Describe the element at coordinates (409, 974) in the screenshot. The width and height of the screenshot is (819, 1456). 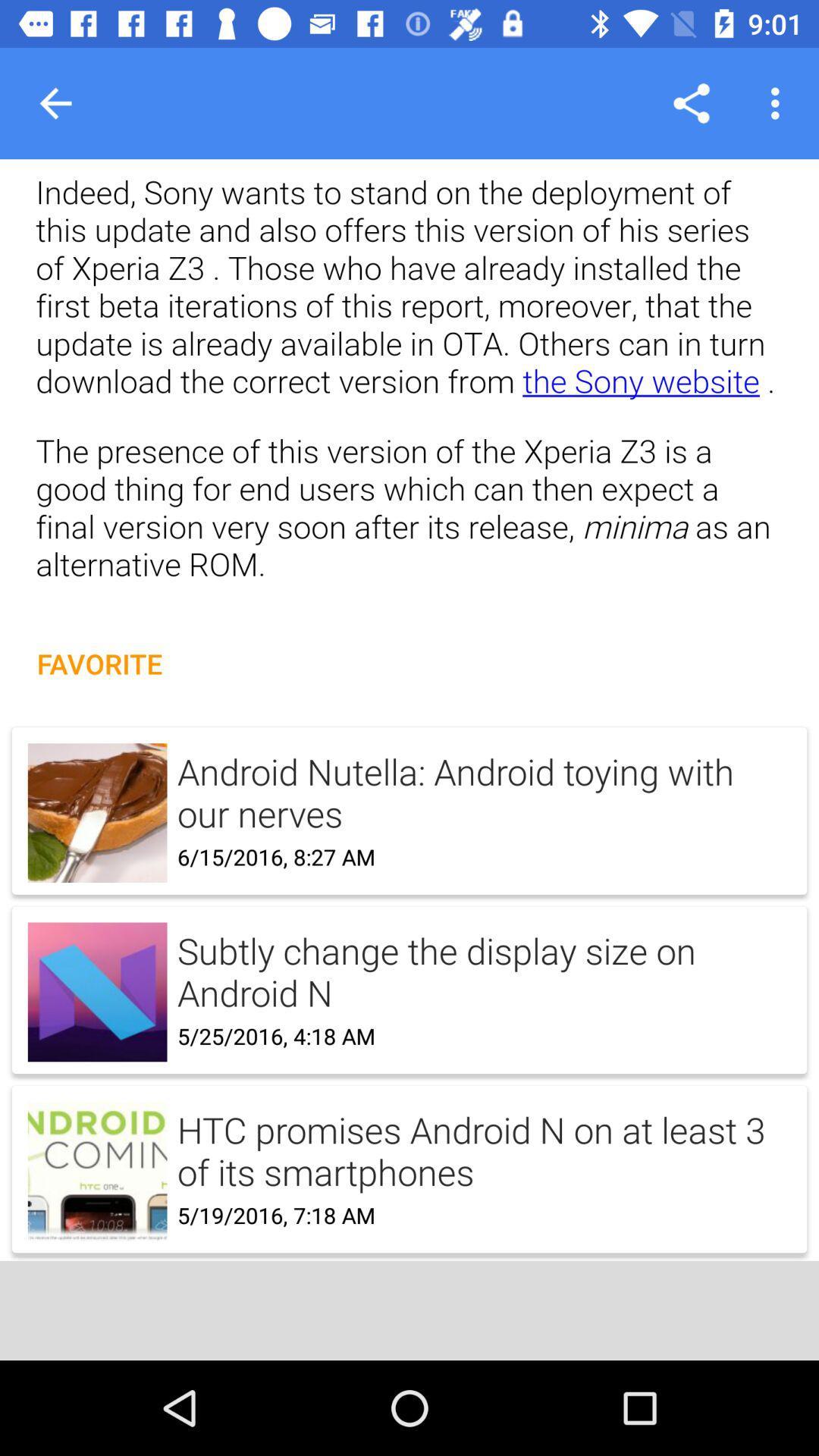
I see `open favorite article` at that location.